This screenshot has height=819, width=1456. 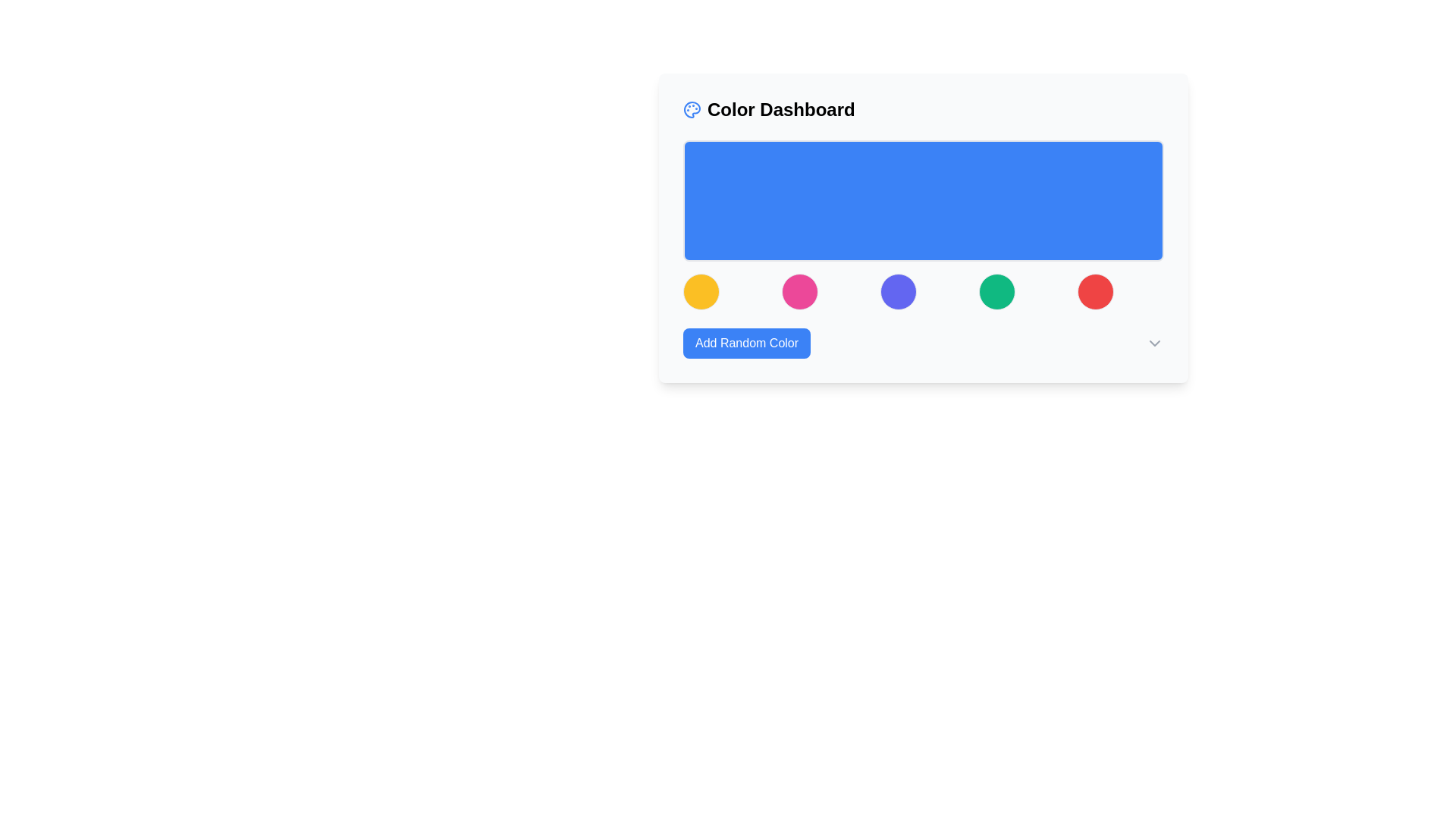 I want to click on the rectangular button with a blue background and white text labeled 'Add Random Color' to observe a color change effect, so click(x=746, y=343).